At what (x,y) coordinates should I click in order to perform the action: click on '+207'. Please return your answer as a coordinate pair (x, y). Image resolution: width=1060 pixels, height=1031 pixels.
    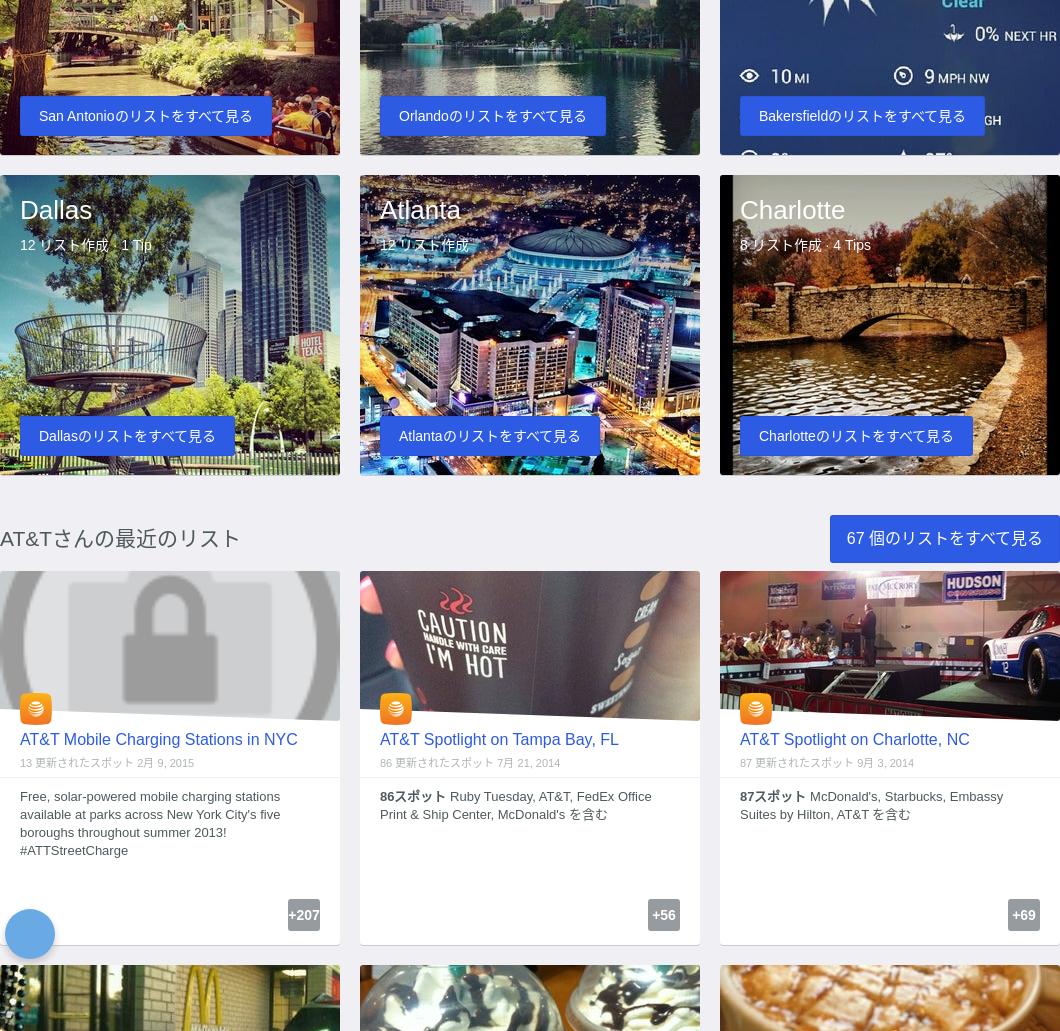
    Looking at the image, I should click on (303, 913).